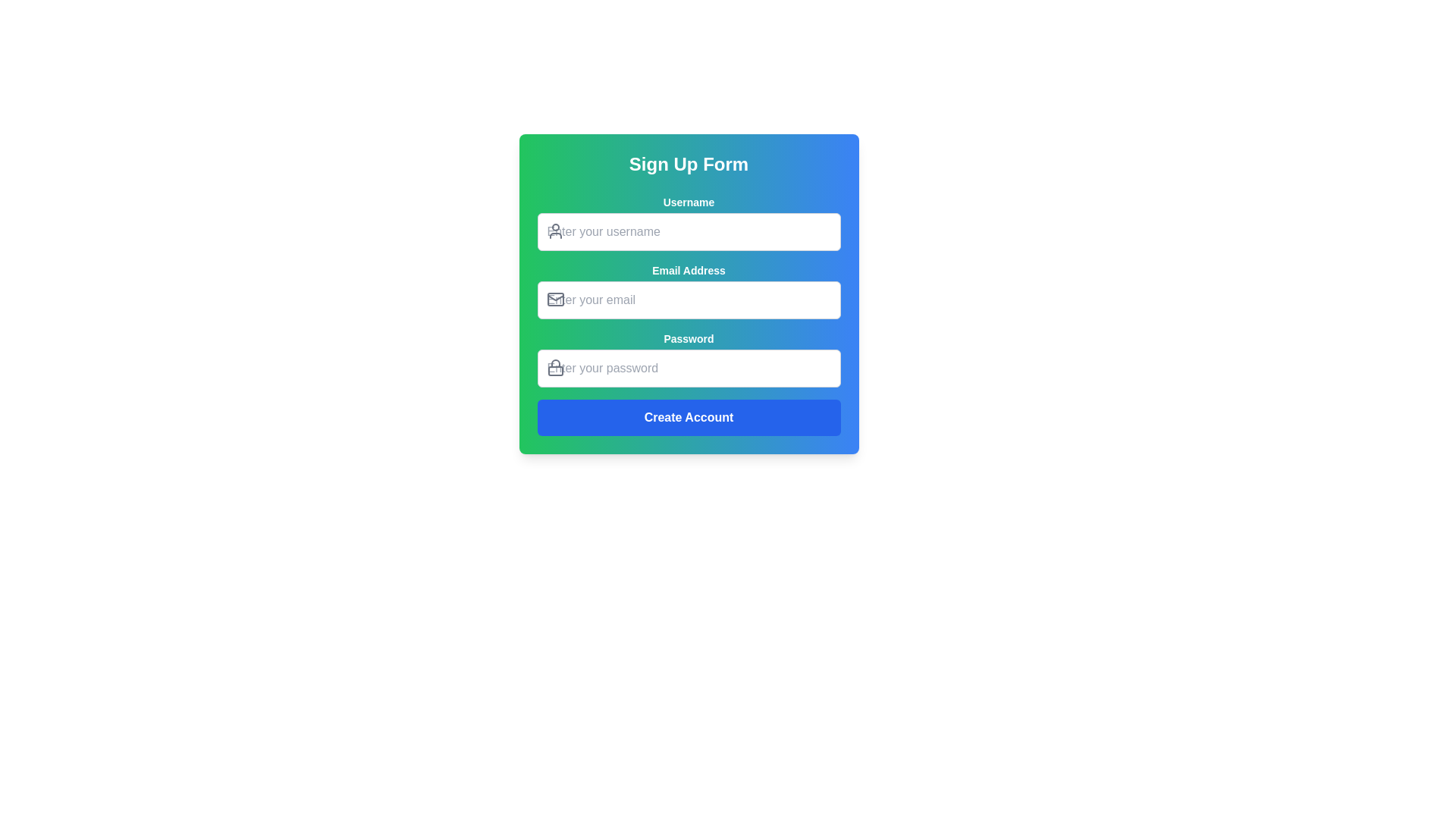 The width and height of the screenshot is (1456, 819). I want to click on into the username input field below the 'Sign Up Form' title to focus and type, so click(688, 222).